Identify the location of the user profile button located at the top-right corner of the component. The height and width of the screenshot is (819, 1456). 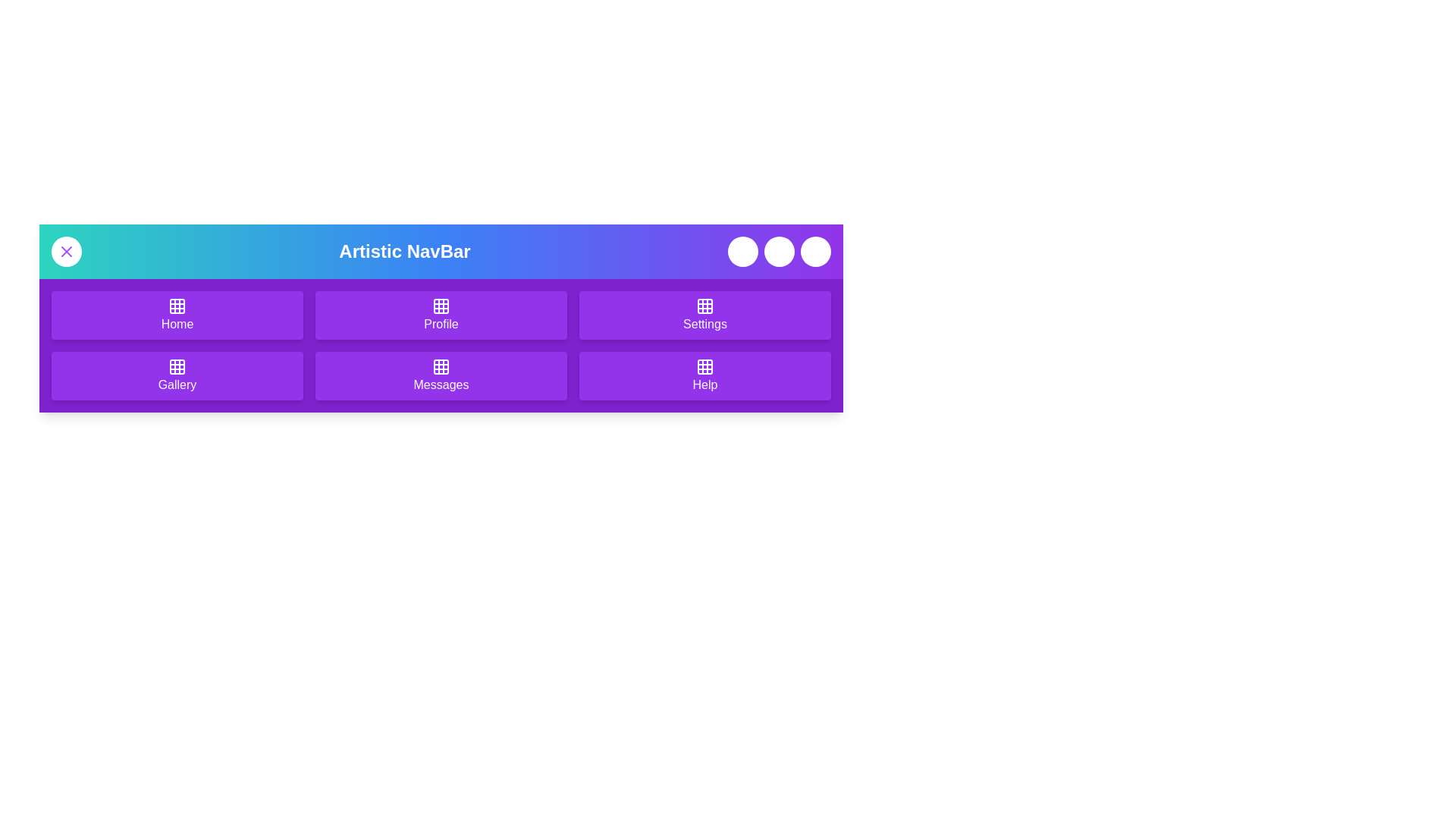
(814, 250).